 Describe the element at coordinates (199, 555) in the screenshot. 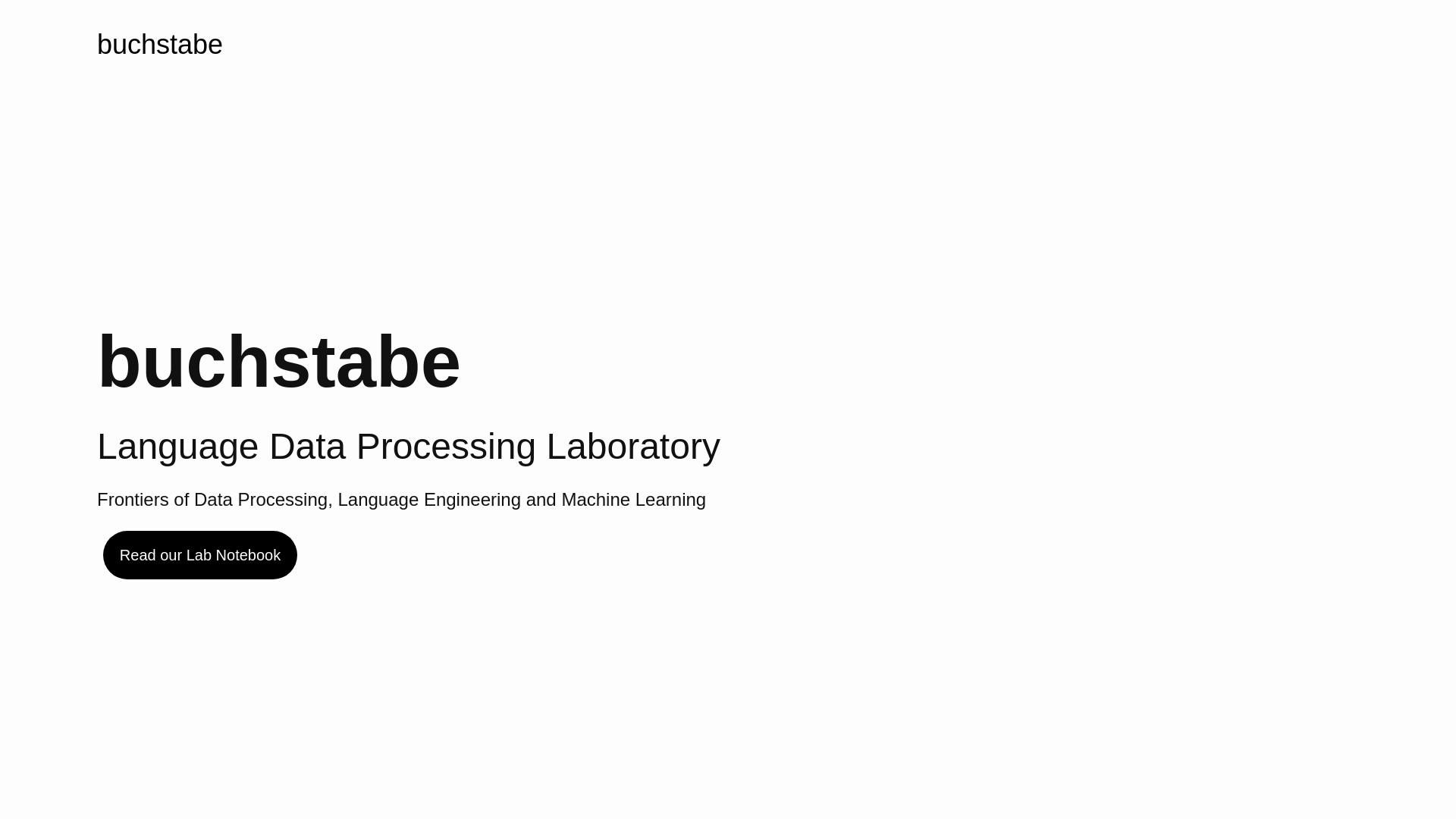

I see `'Read our Lab Notebook'` at that location.